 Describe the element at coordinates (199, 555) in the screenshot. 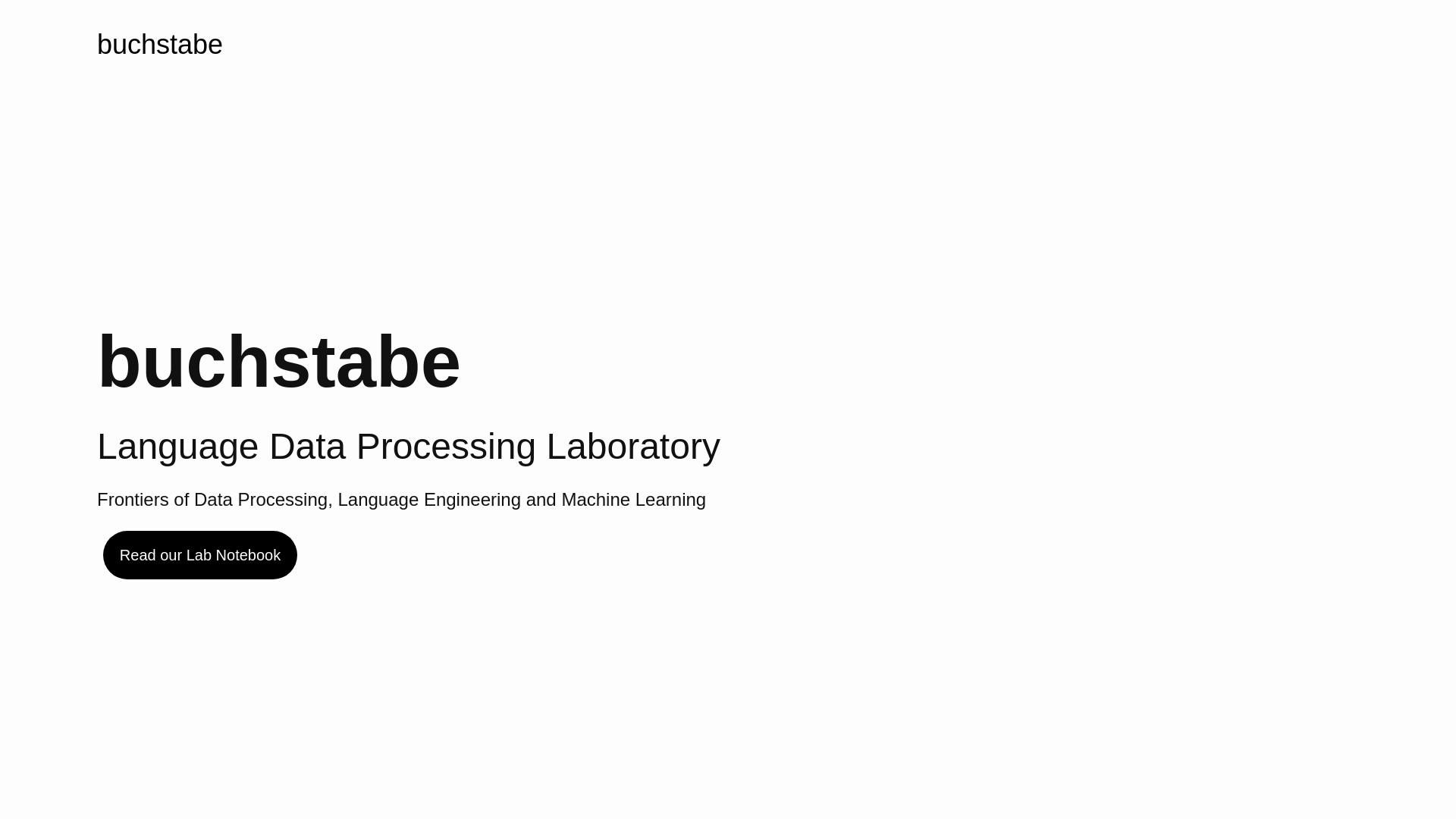

I see `'Read our Lab Notebook'` at that location.